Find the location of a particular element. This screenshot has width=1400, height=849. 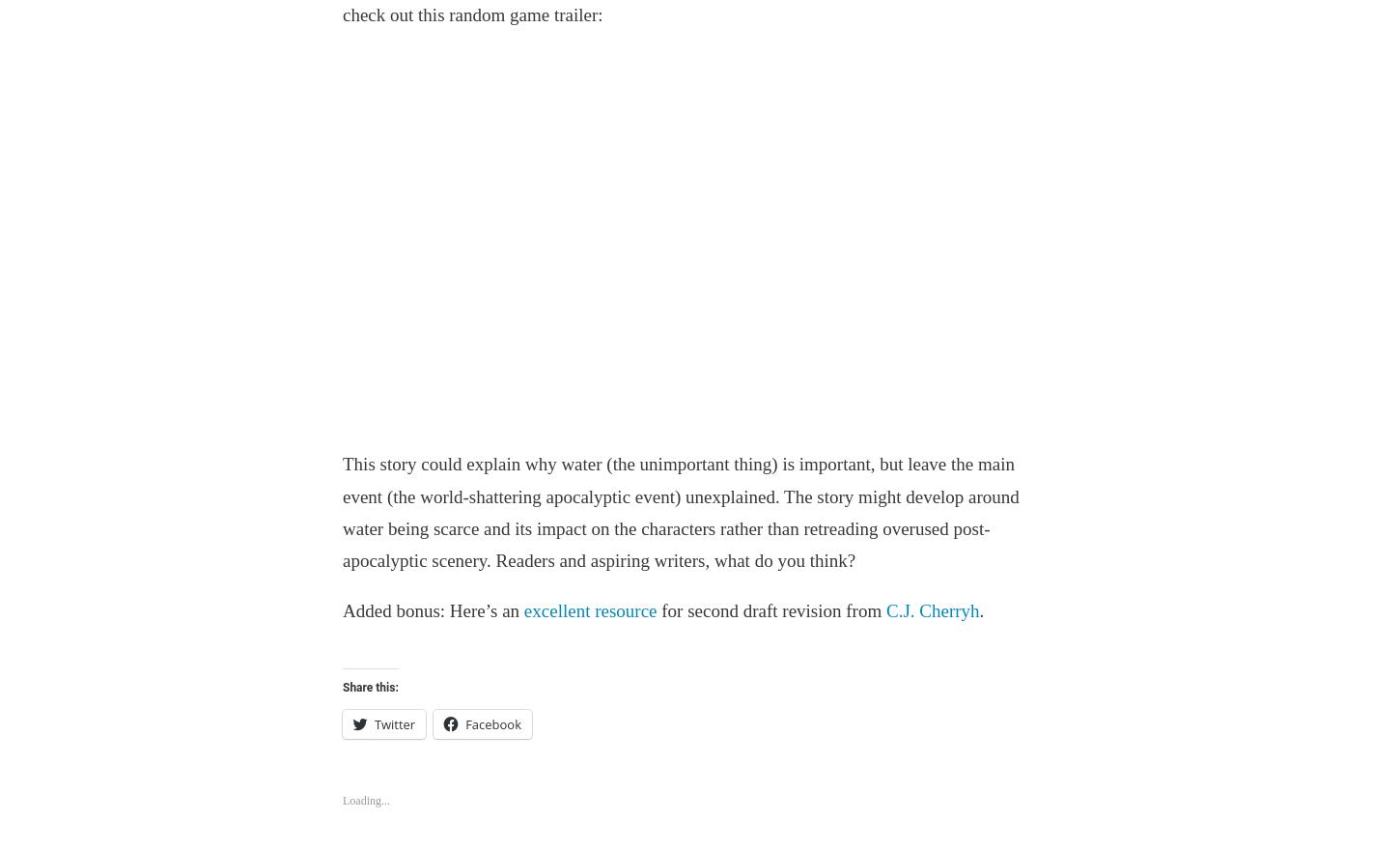

'for second draft revision from' is located at coordinates (656, 610).